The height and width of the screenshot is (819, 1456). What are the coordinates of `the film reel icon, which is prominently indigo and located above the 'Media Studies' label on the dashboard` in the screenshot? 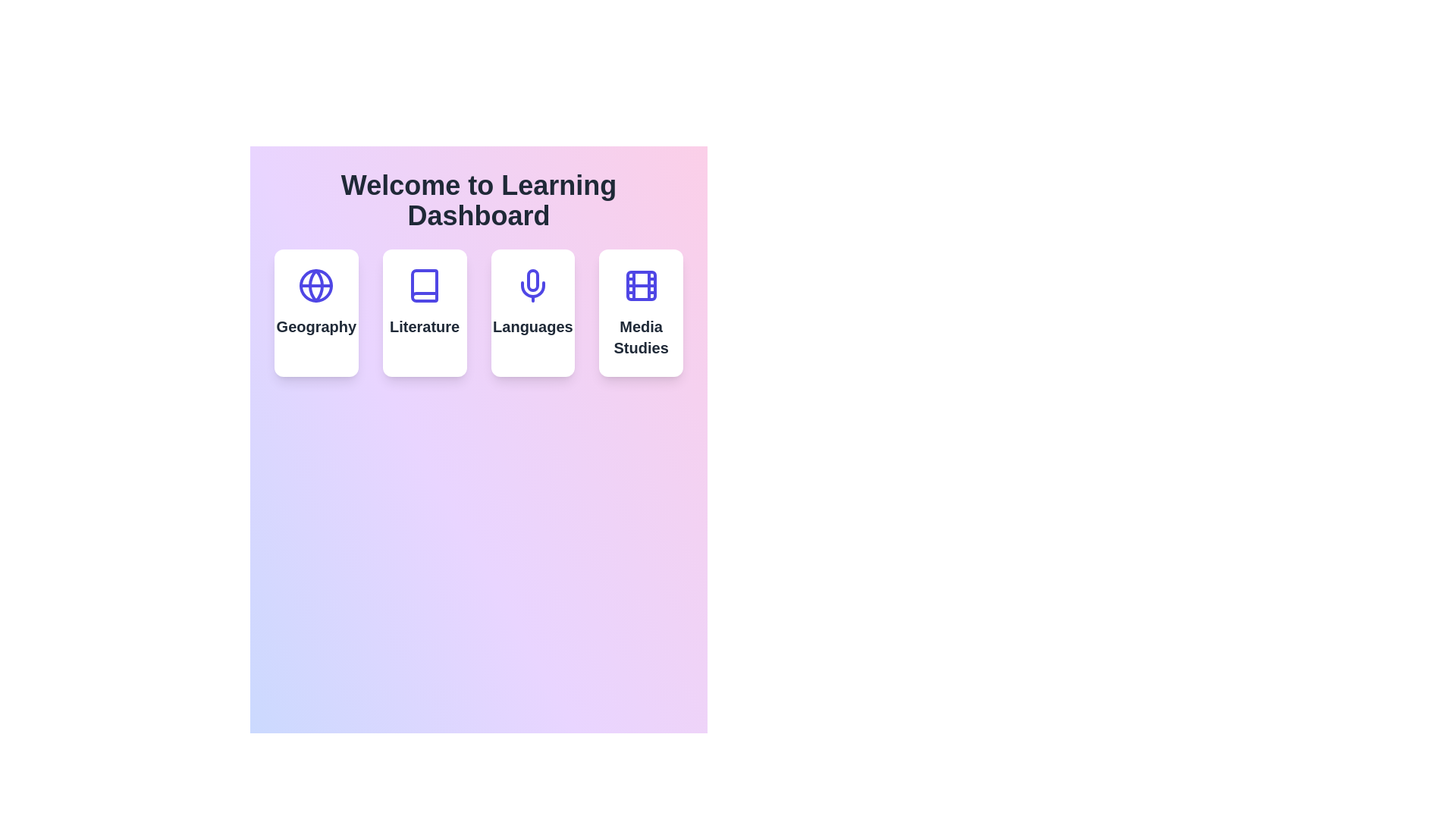 It's located at (641, 286).